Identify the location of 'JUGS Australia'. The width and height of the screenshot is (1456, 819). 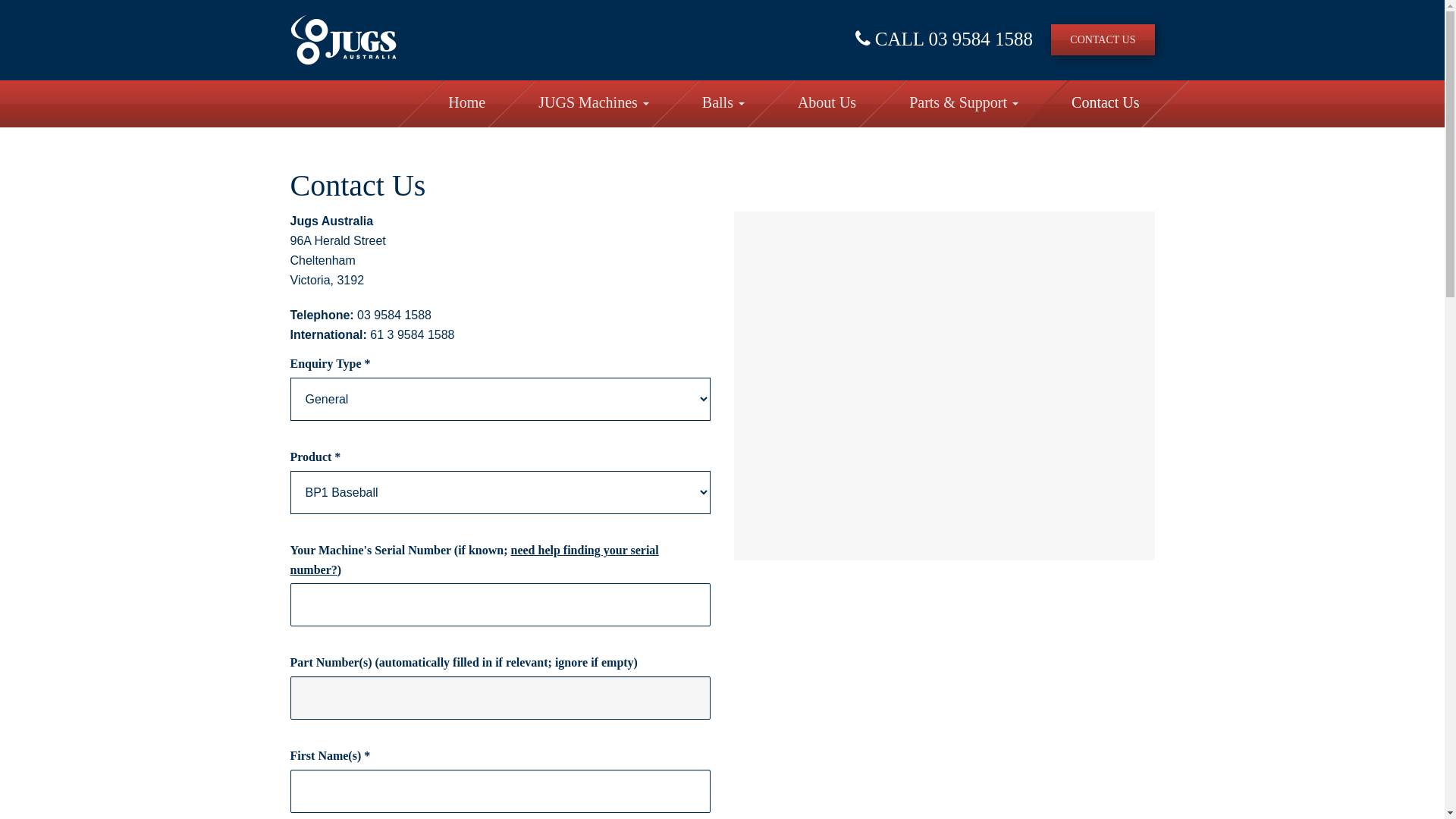
(341, 39).